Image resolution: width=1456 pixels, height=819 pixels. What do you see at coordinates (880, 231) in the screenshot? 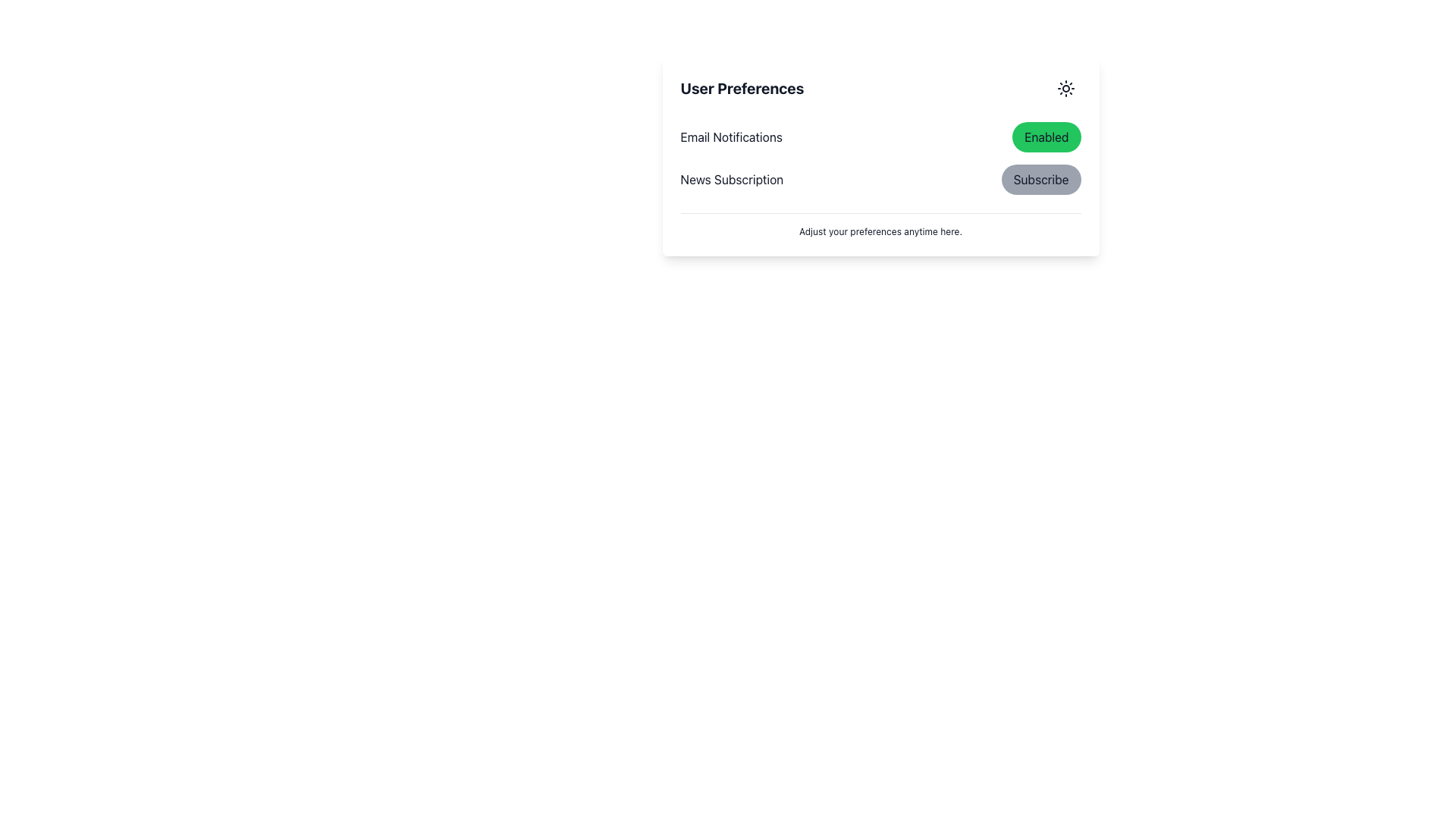
I see `the Static Text Display element that provides informational text about adjusting preferences, located at the lower center of the user preferences module, beneath a horizontal line separator` at bounding box center [880, 231].